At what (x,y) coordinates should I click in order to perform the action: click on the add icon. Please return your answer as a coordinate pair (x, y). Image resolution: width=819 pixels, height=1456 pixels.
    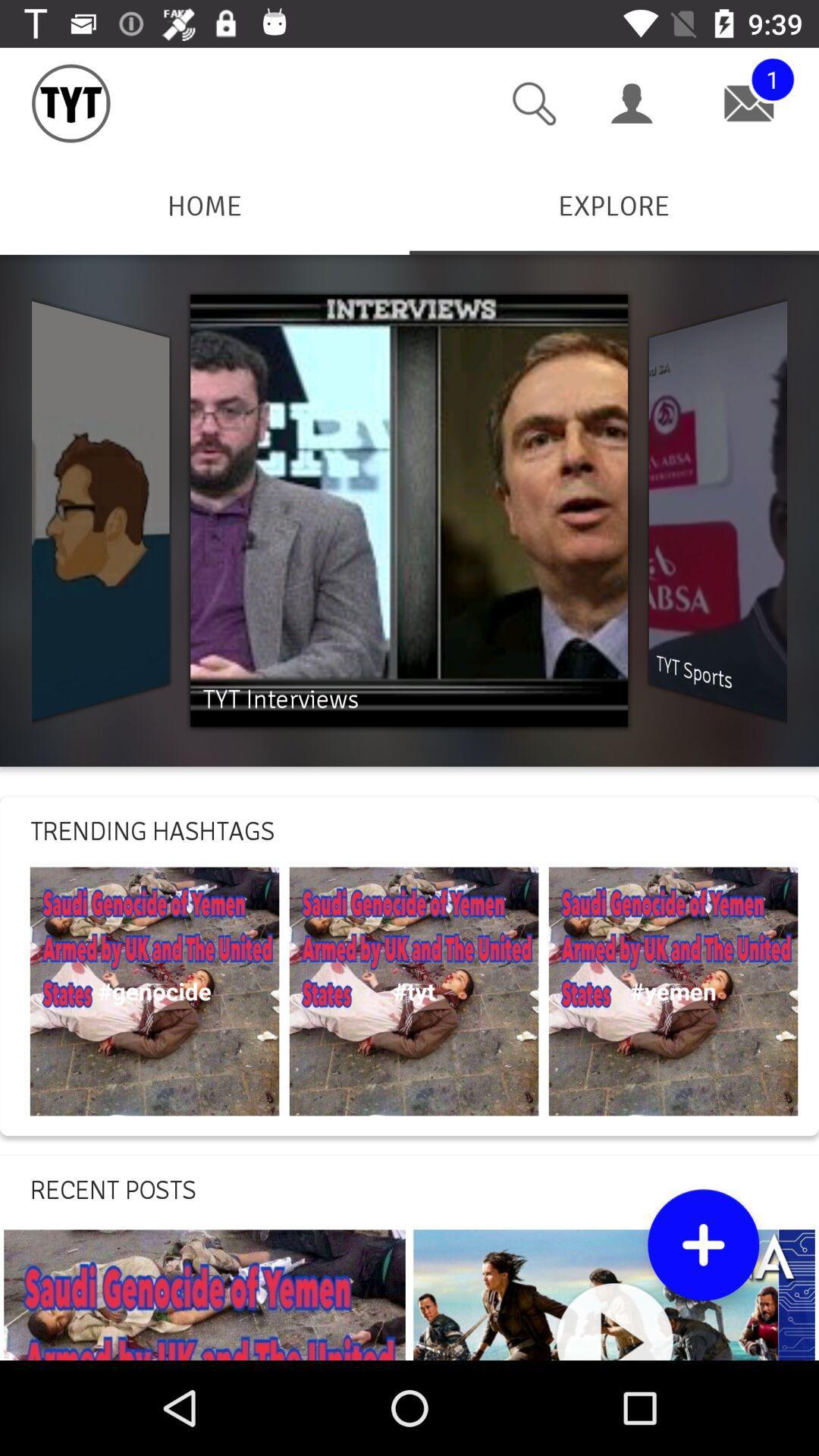
    Looking at the image, I should click on (703, 1244).